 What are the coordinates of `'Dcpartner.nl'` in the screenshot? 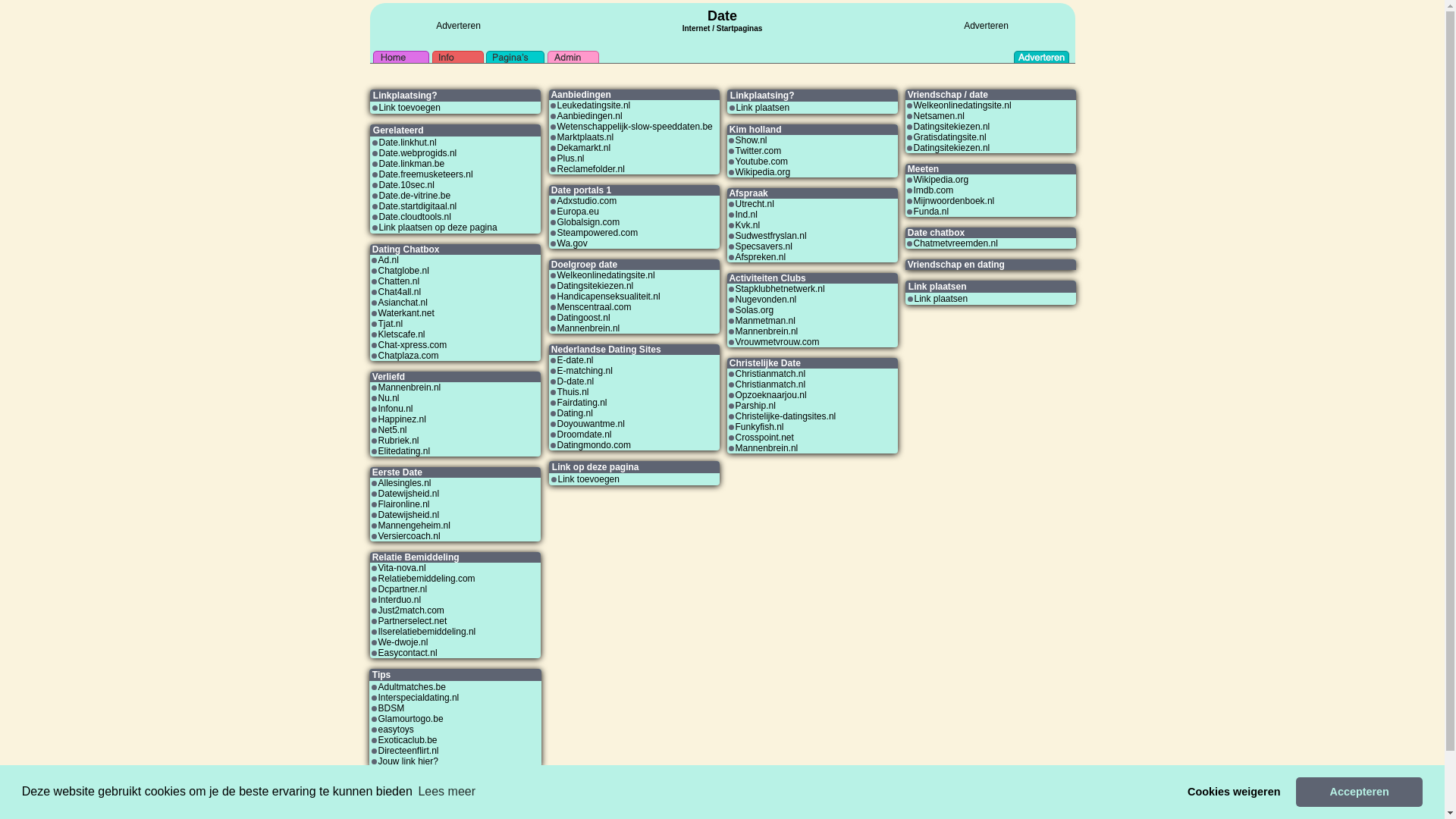 It's located at (378, 588).